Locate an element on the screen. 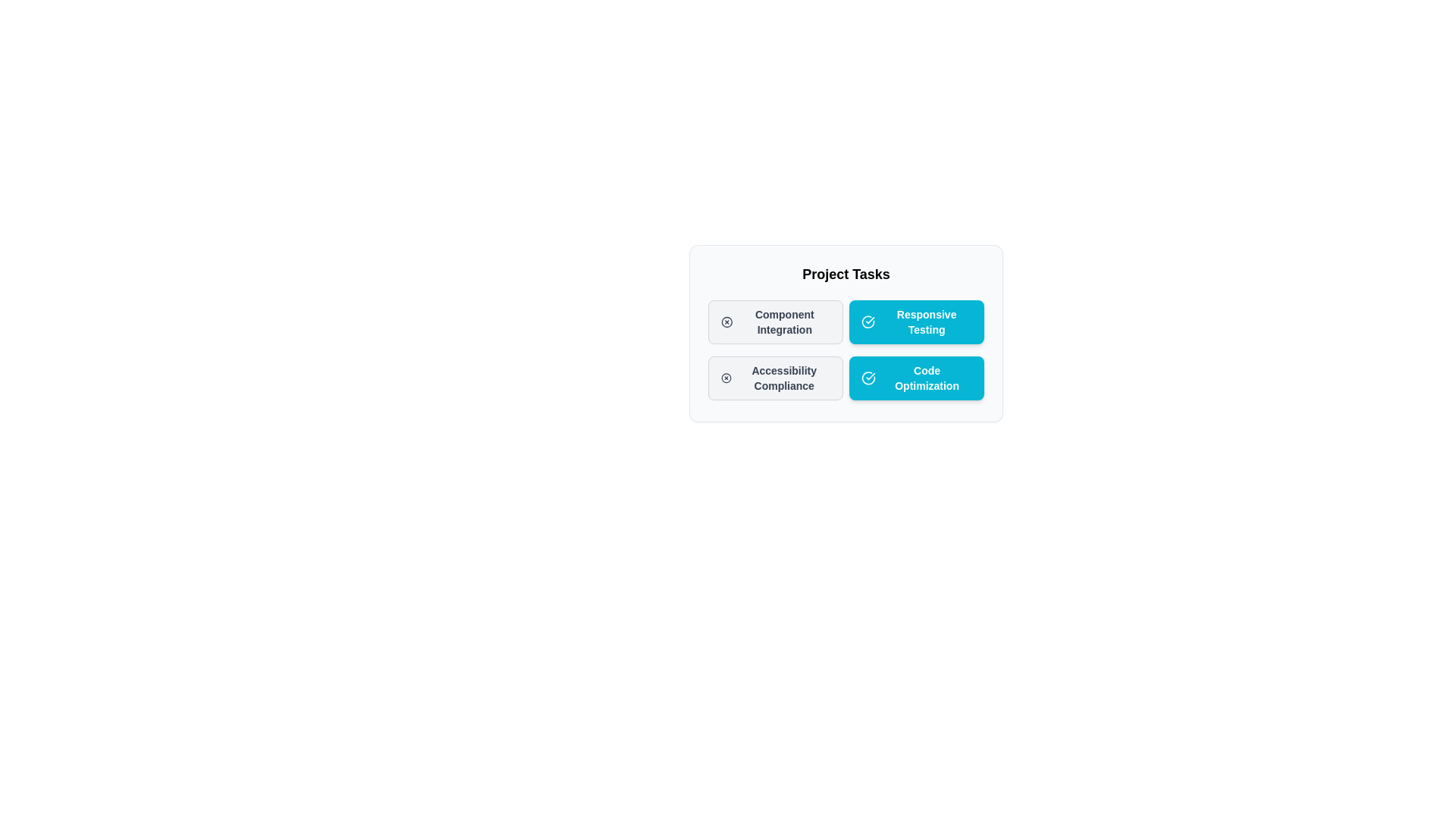 The width and height of the screenshot is (1456, 819). the chip labeled 'Code Optimization' to select it is located at coordinates (916, 377).